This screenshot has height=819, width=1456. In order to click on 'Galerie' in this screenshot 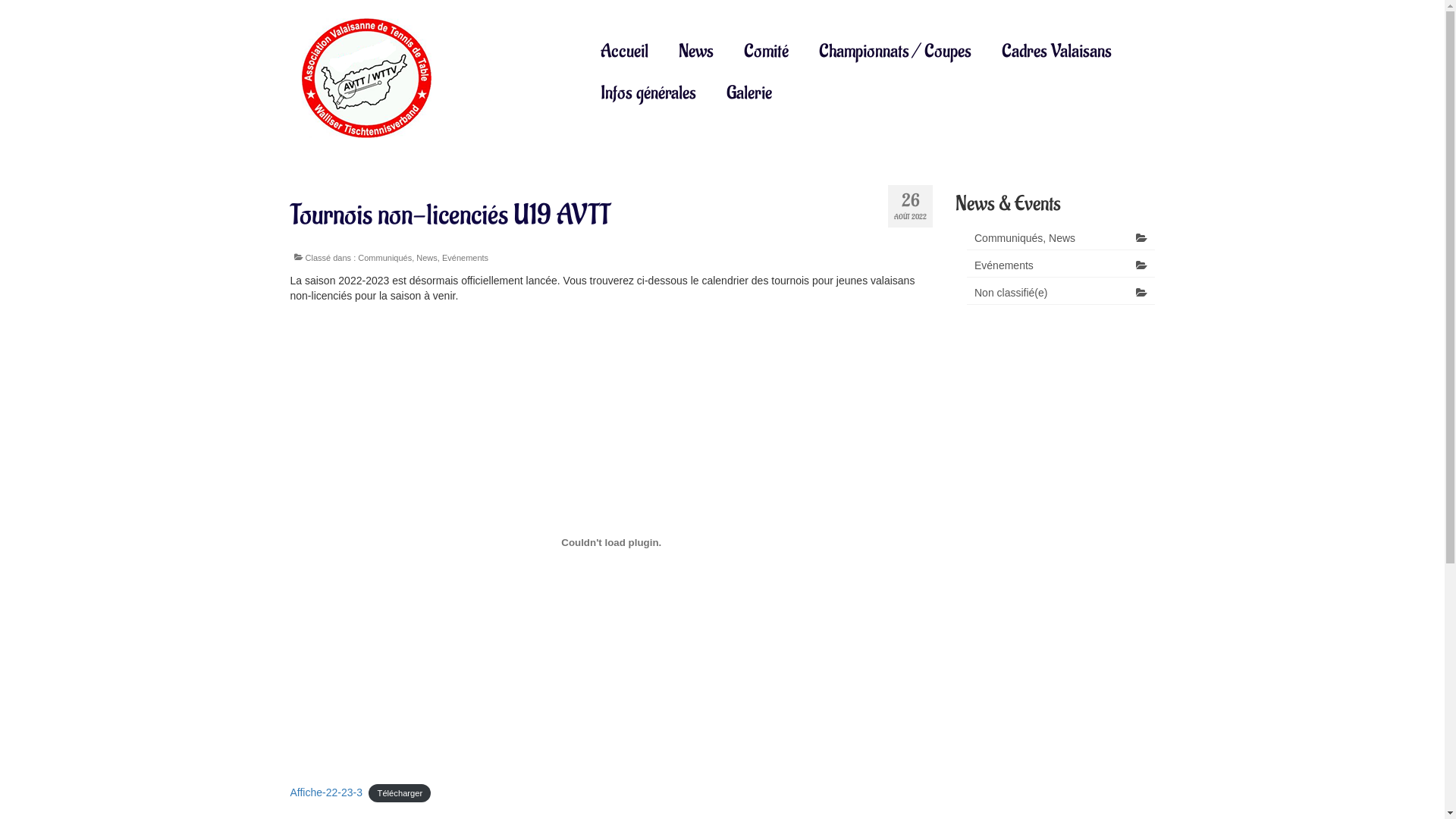, I will do `click(749, 93)`.